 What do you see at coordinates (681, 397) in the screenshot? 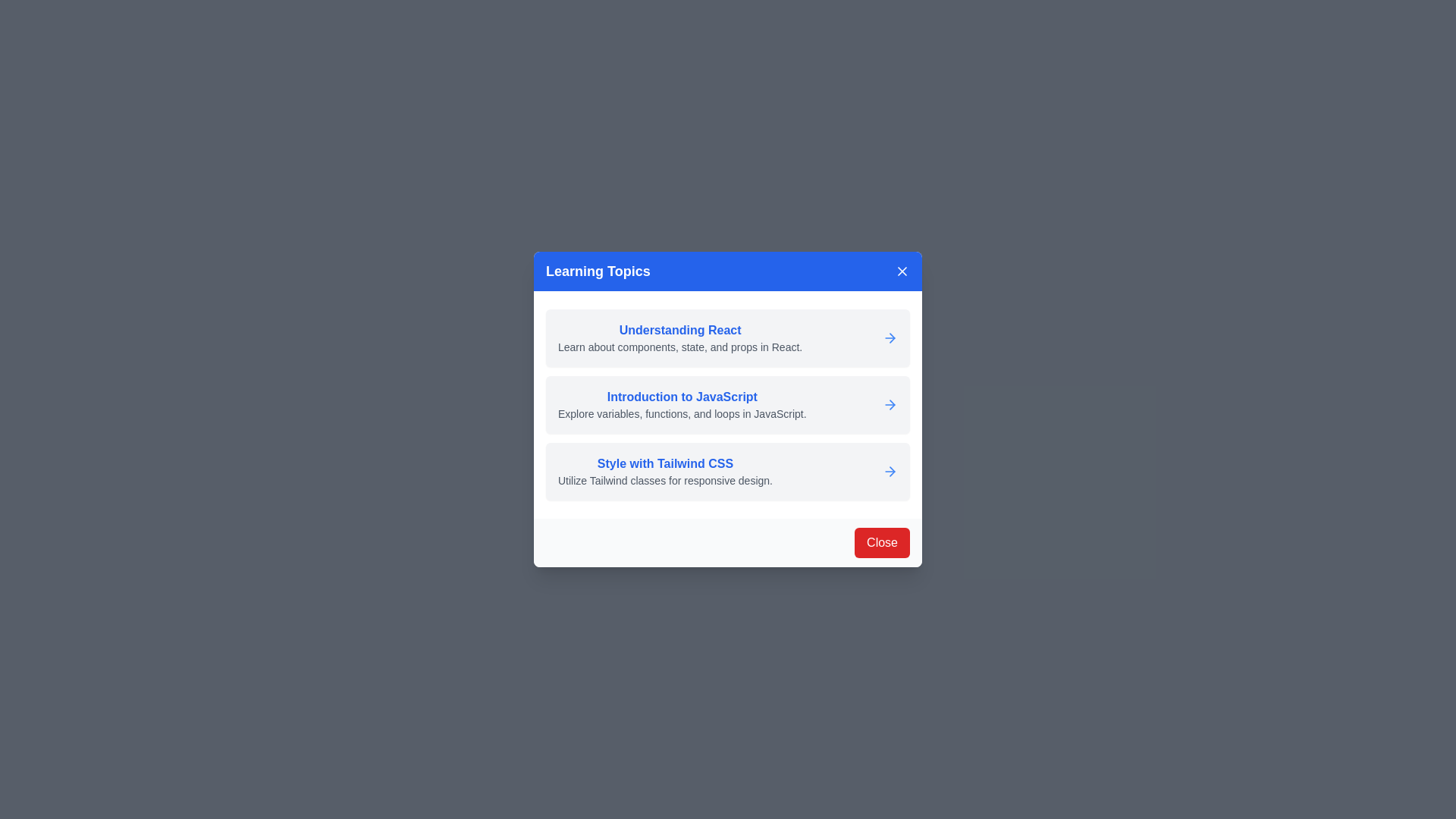
I see `the bold blue text label displaying 'Introduction to JavaScript'` at bounding box center [681, 397].